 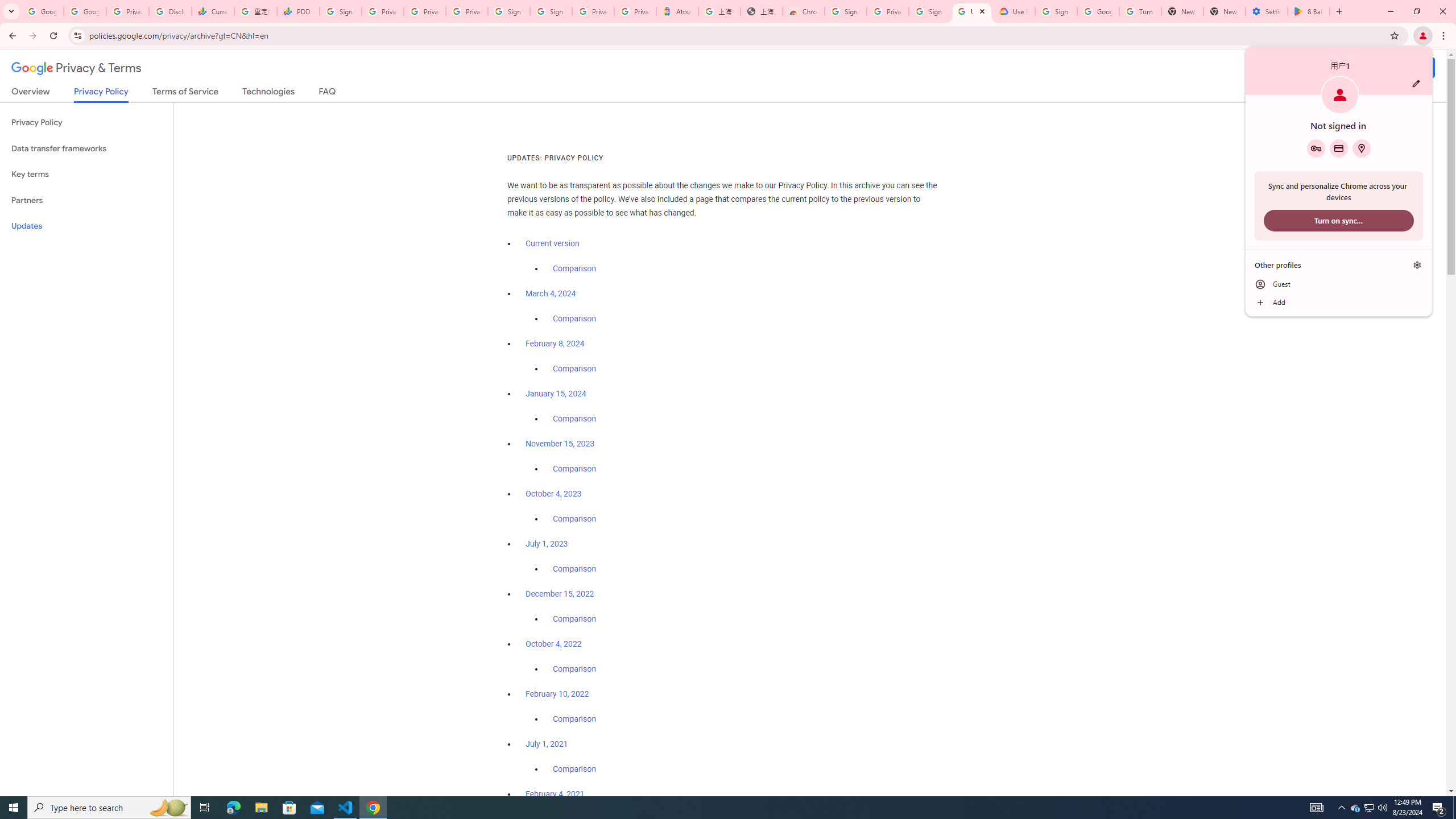 What do you see at coordinates (1317, 806) in the screenshot?
I see `'AutomationID: 4105'` at bounding box center [1317, 806].